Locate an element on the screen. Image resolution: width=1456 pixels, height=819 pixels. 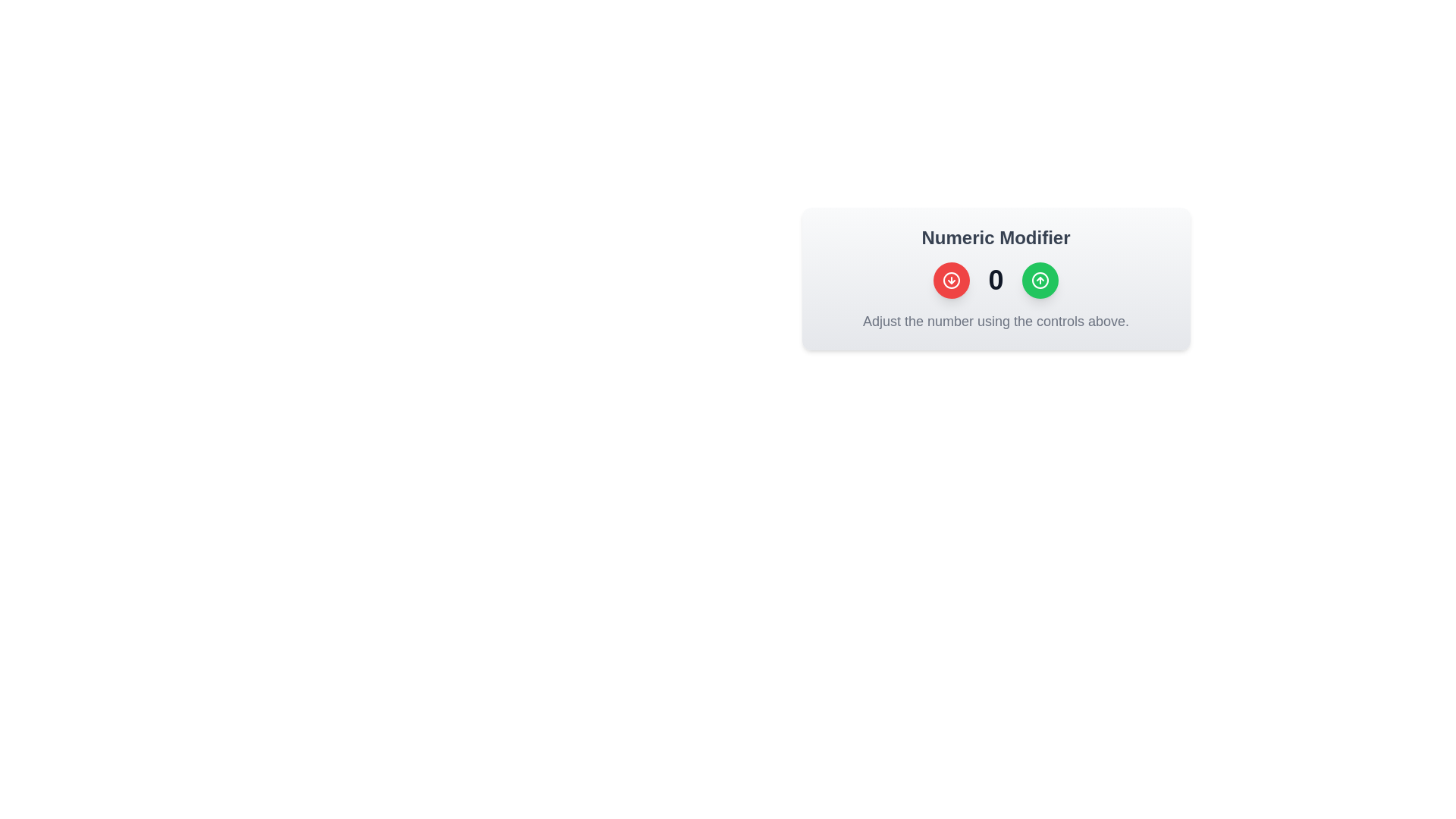
the SVG circle element that represents an upward-pointing arrow within the numeric modifier interface, located near the green confirmation button is located at coordinates (1039, 281).